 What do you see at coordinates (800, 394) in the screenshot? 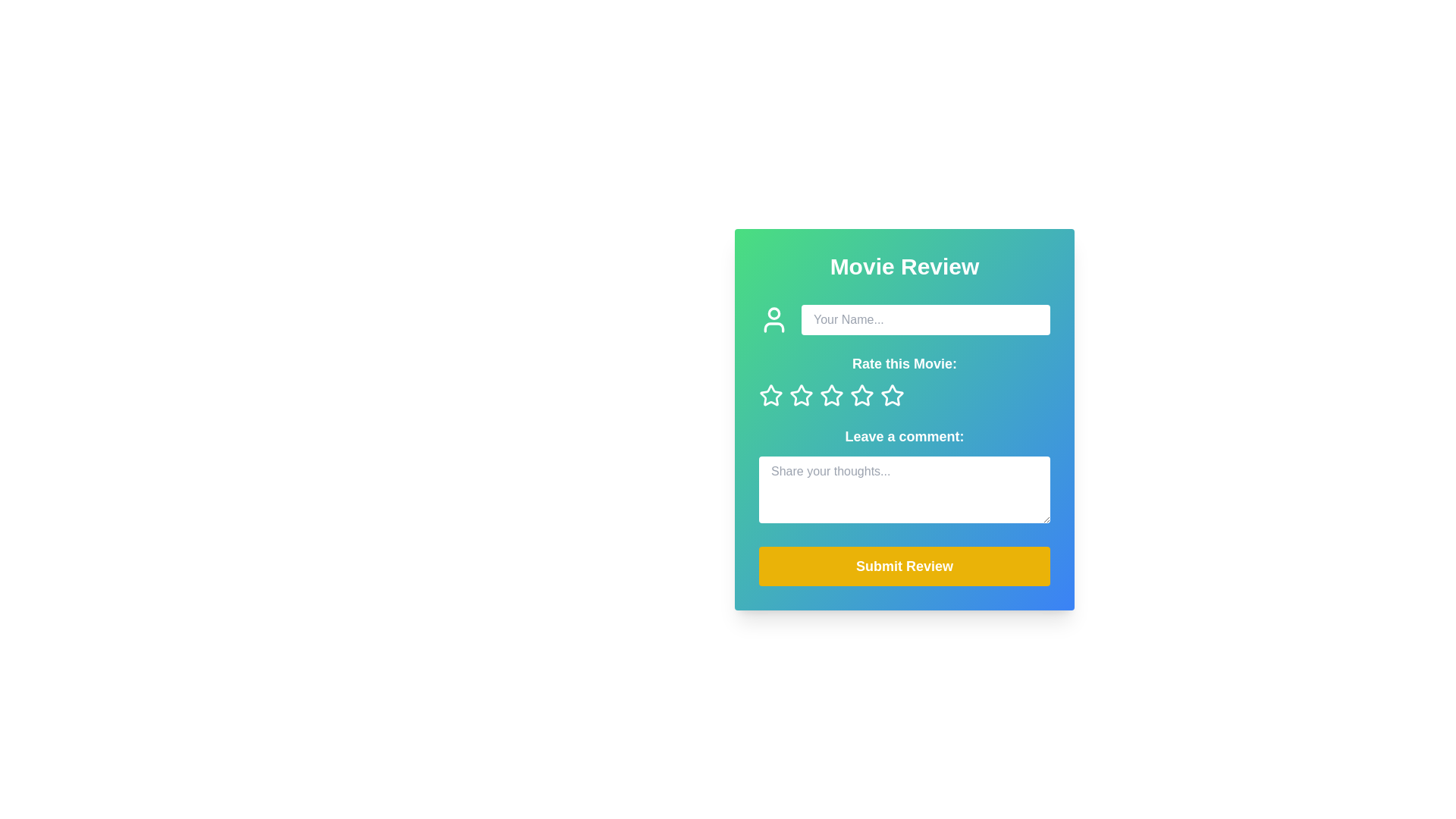
I see `the second star icon in the 'Rate this Movie' section` at bounding box center [800, 394].